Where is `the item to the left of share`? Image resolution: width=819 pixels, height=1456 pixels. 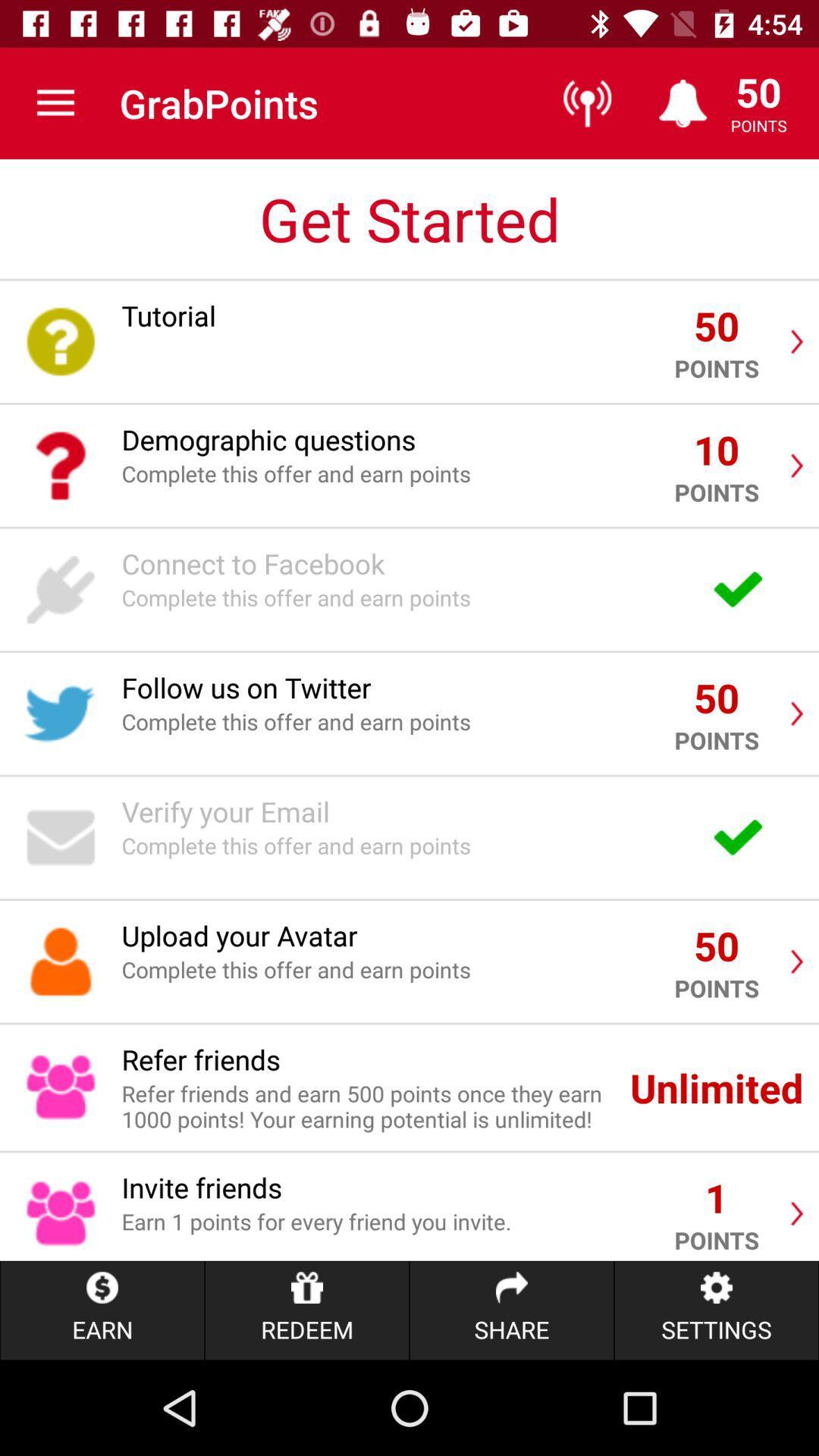 the item to the left of share is located at coordinates (307, 1310).